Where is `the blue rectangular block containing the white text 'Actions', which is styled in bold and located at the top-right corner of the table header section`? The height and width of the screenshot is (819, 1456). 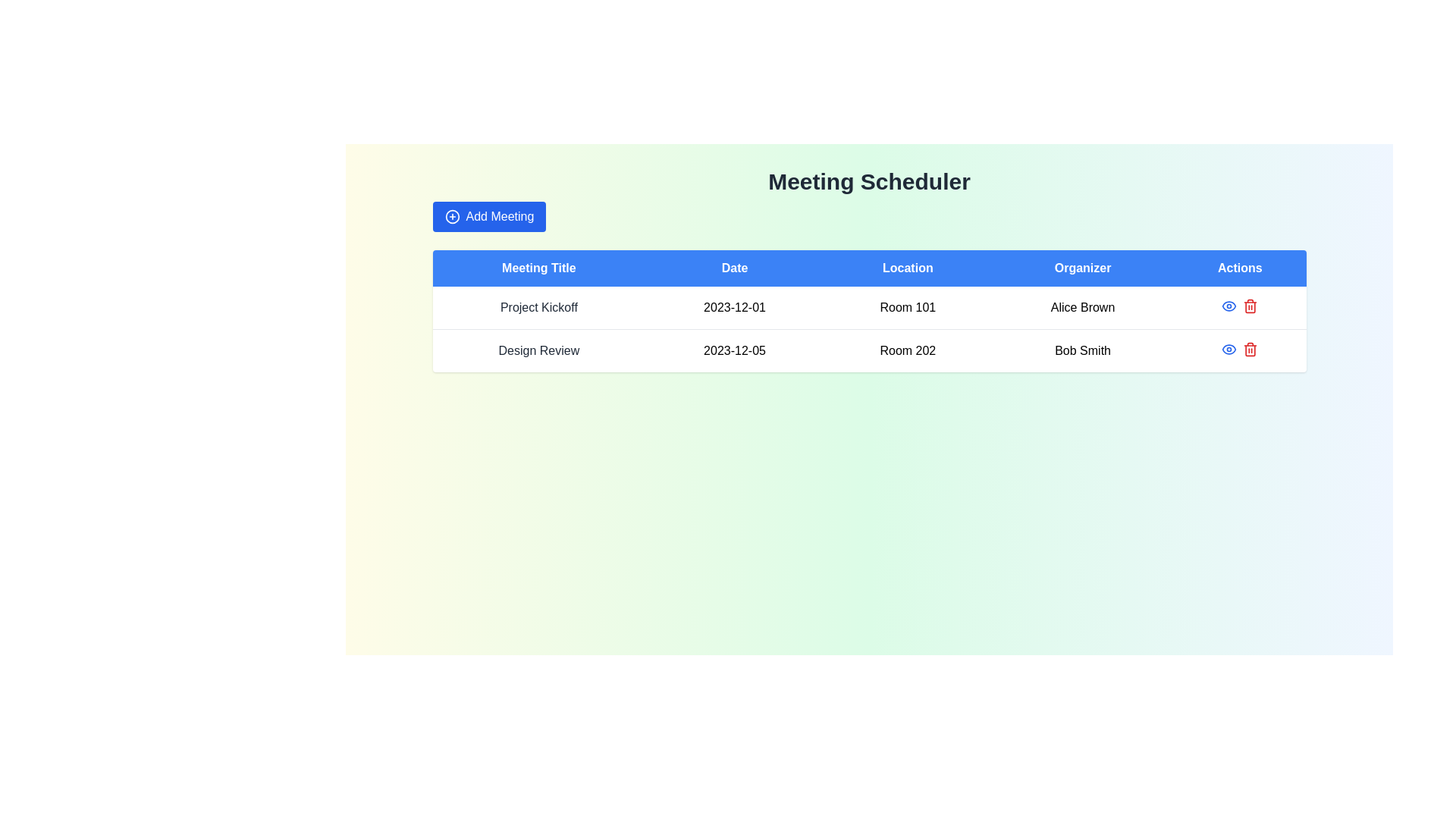 the blue rectangular block containing the white text 'Actions', which is styled in bold and located at the top-right corner of the table header section is located at coordinates (1240, 268).